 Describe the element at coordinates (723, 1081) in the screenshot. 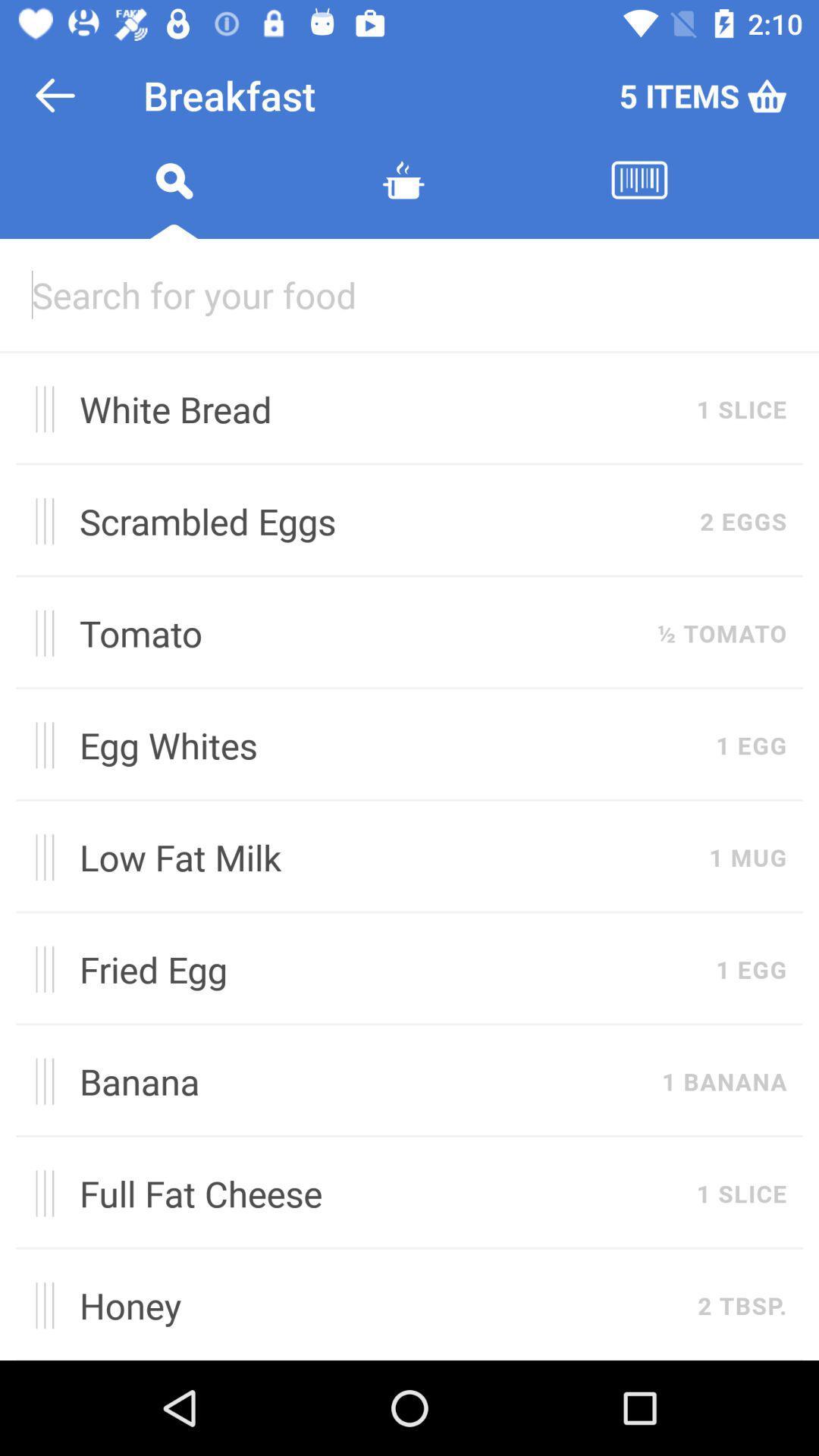

I see `the 1 banana` at that location.